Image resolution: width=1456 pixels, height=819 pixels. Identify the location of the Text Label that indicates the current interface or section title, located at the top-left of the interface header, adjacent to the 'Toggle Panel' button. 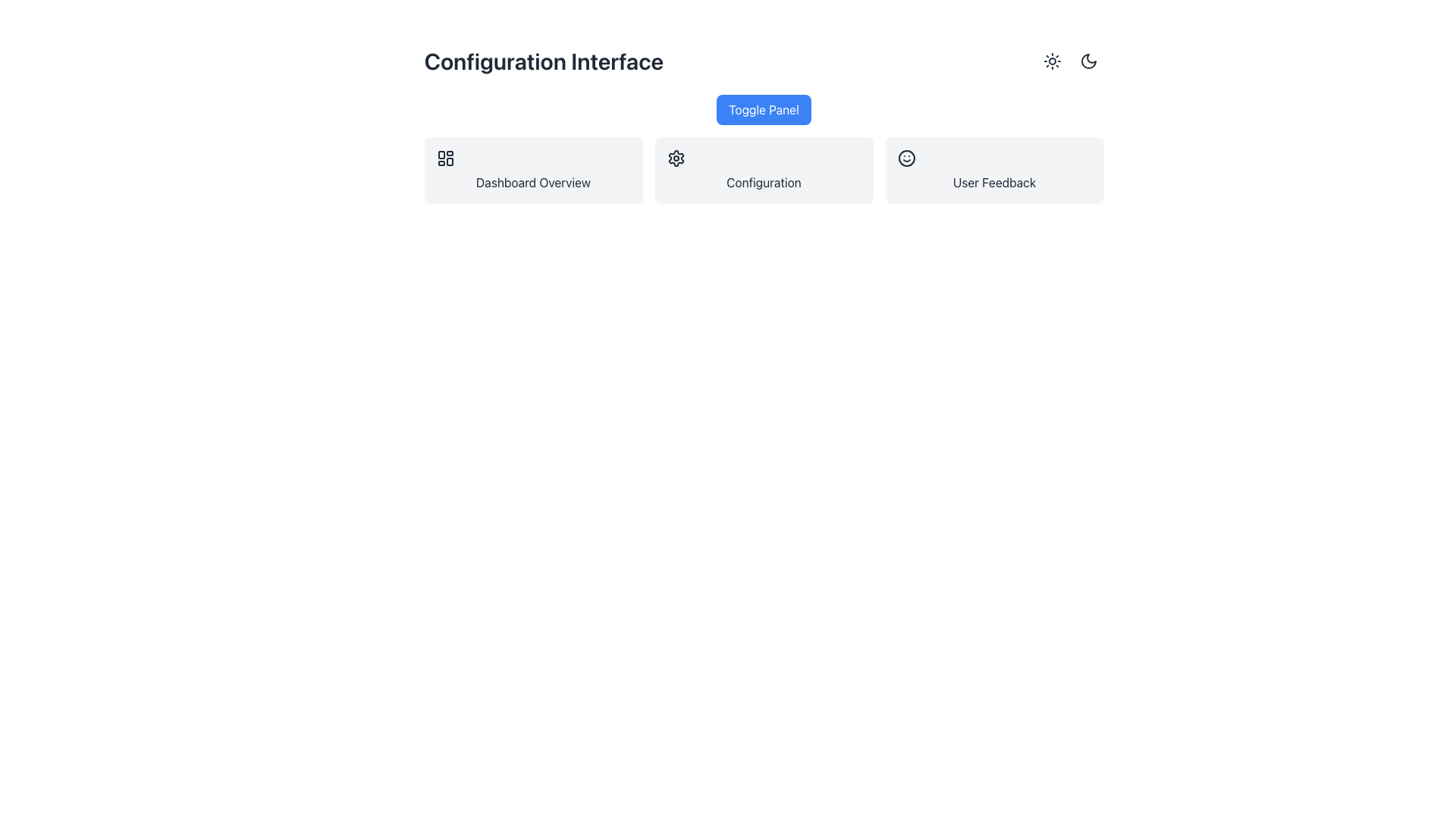
(544, 61).